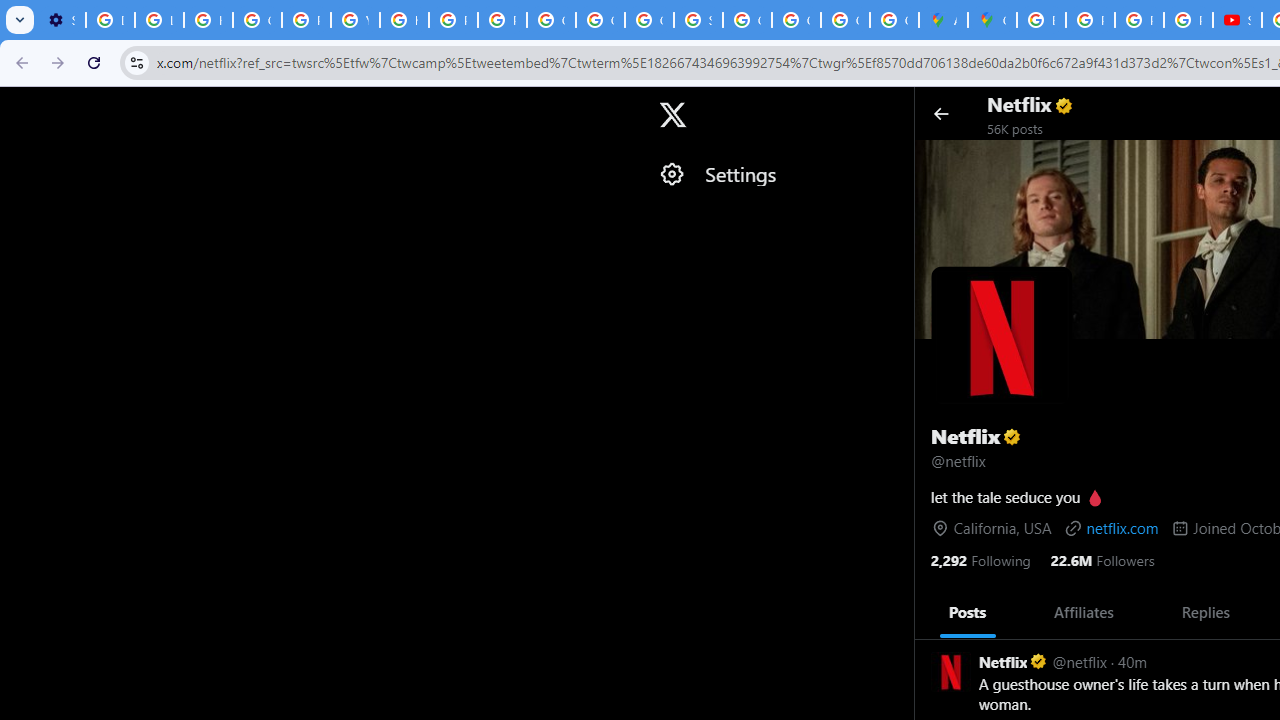 The width and height of the screenshot is (1280, 720). I want to click on 'Blogger Policies and Guidelines - Transparency Center', so click(1040, 20).